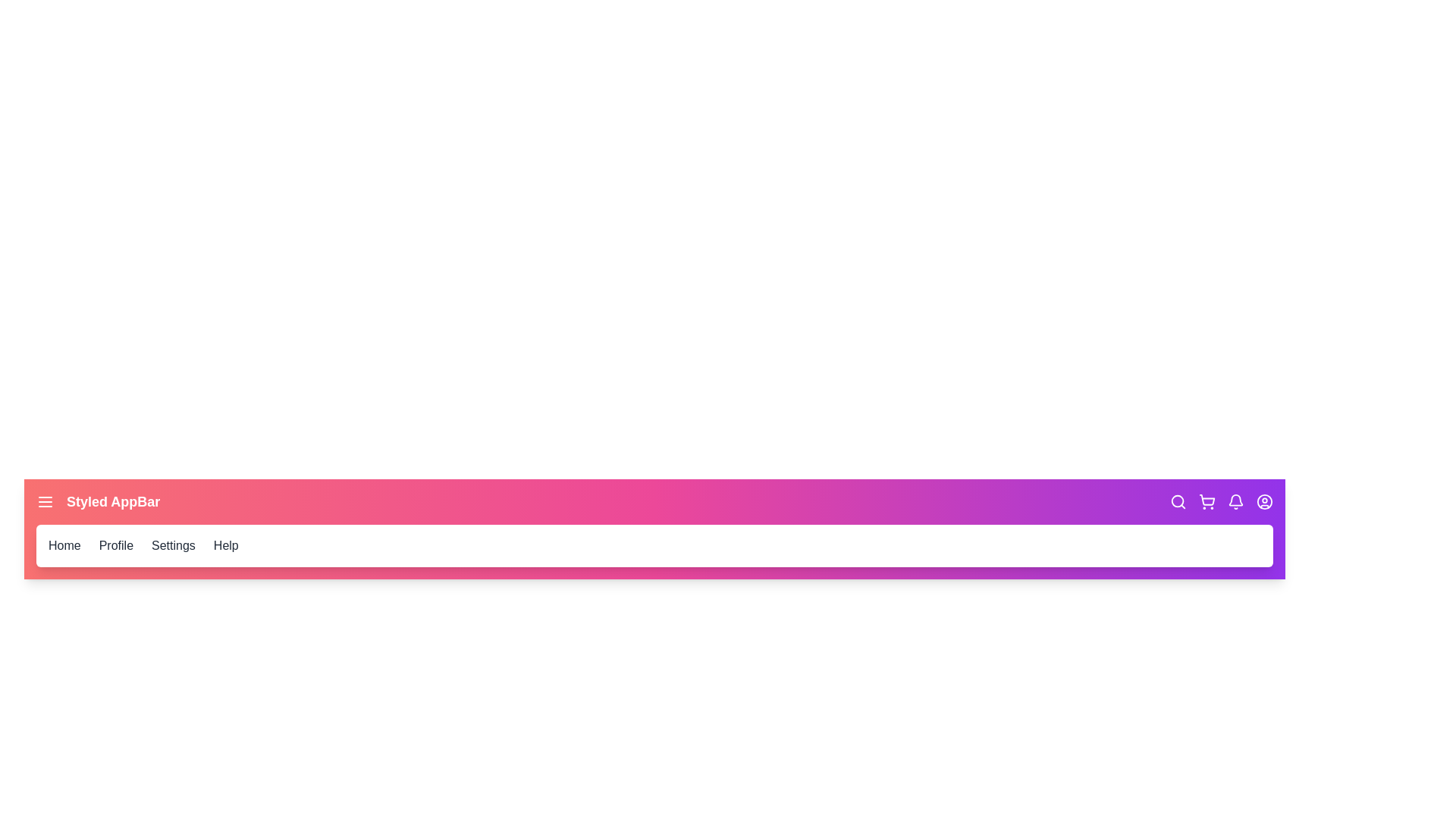  What do you see at coordinates (115, 546) in the screenshot?
I see `the navigation option Profile from the menu` at bounding box center [115, 546].